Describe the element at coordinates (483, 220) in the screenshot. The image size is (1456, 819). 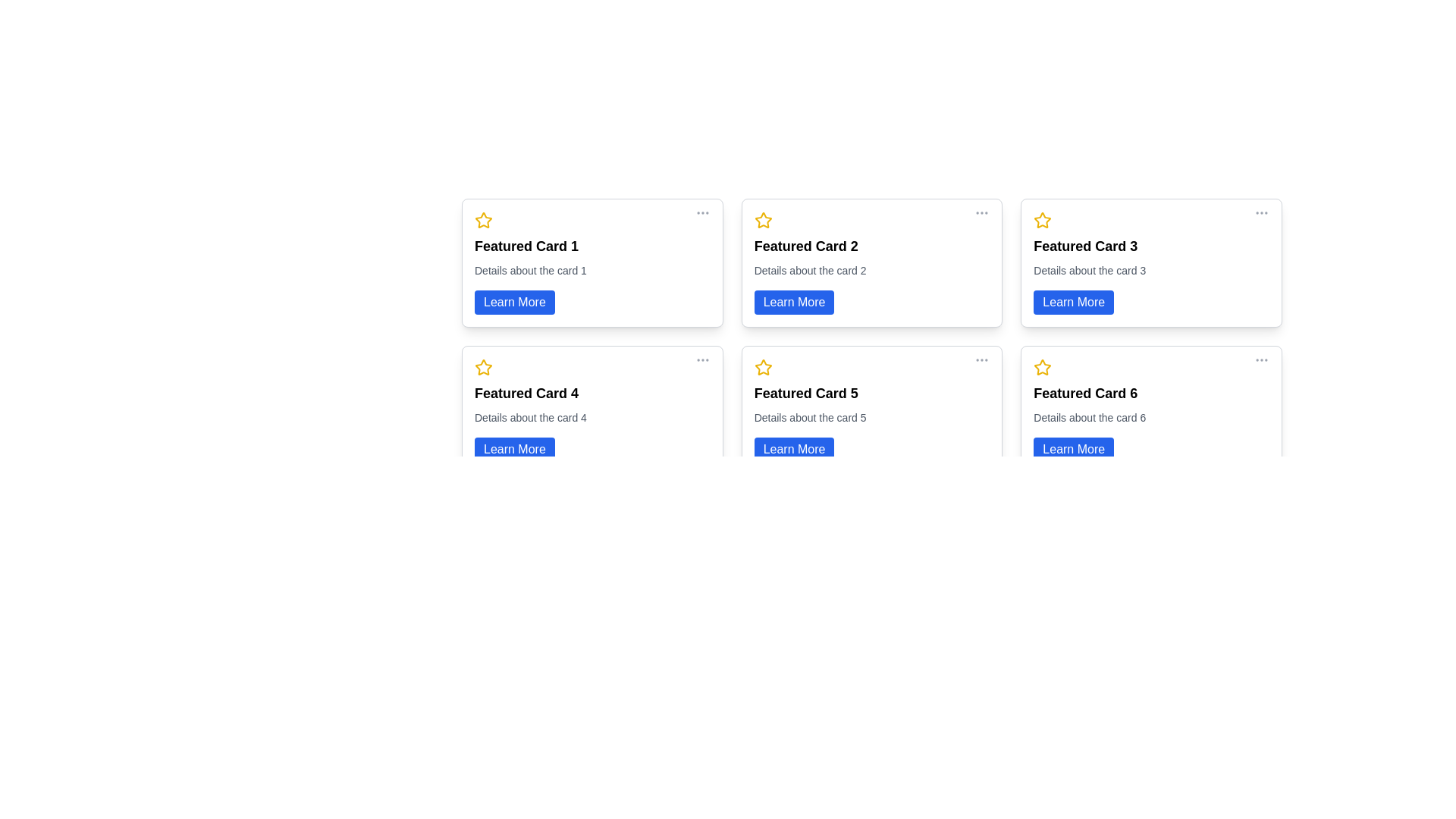
I see `the decorative star icon located at the top-left corner of the 'Featured Card 1', which indicates a featured status` at that location.